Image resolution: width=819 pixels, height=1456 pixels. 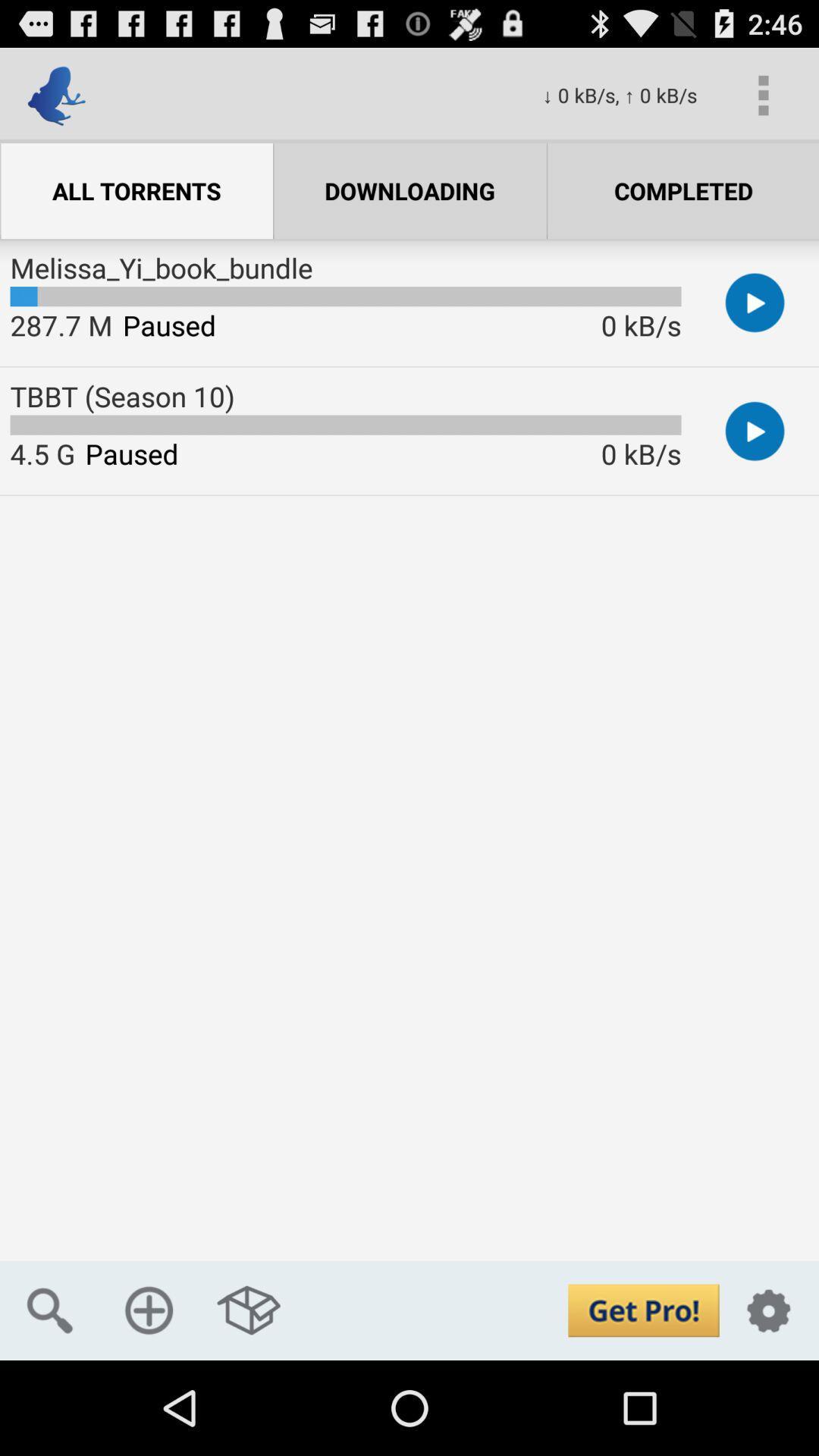 What do you see at coordinates (61, 324) in the screenshot?
I see `the 287.7 m app` at bounding box center [61, 324].